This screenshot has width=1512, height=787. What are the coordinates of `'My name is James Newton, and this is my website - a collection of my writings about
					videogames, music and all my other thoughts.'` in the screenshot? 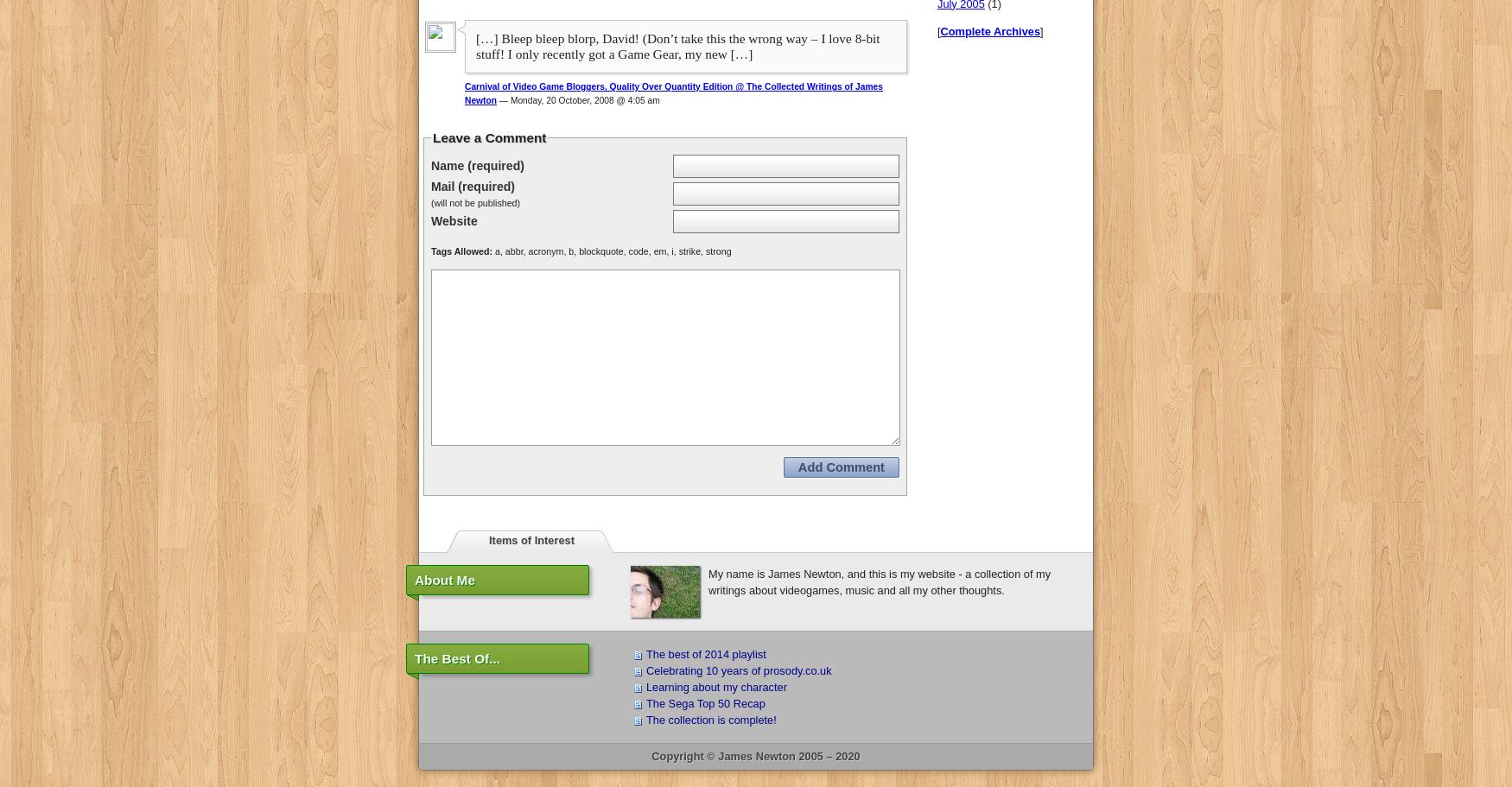 It's located at (878, 580).